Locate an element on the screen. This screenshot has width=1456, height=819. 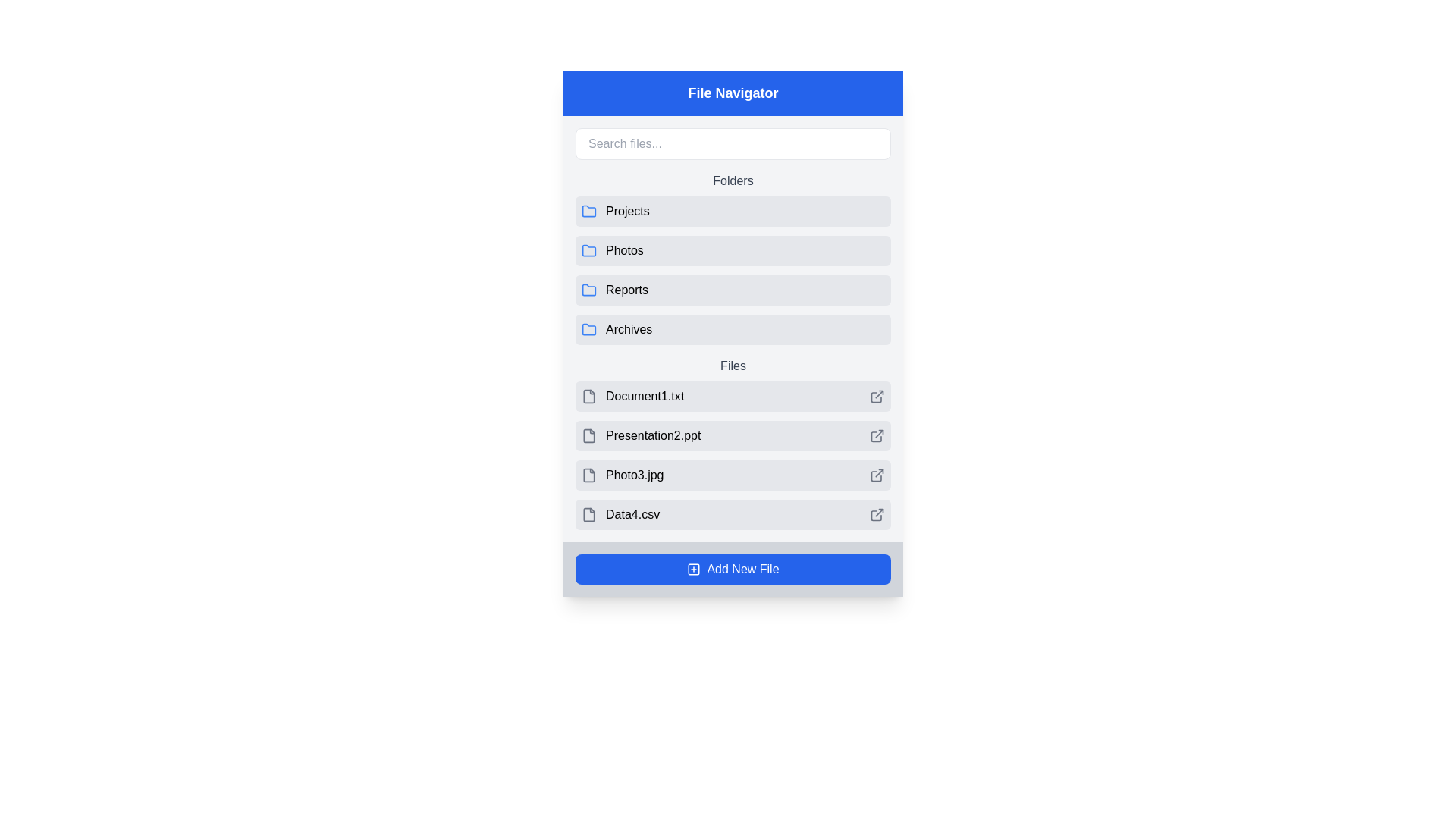
the list of folder items labeled 'Projects', 'Photos', 'Reports', and 'Archives' to emphasize interaction is located at coordinates (733, 257).